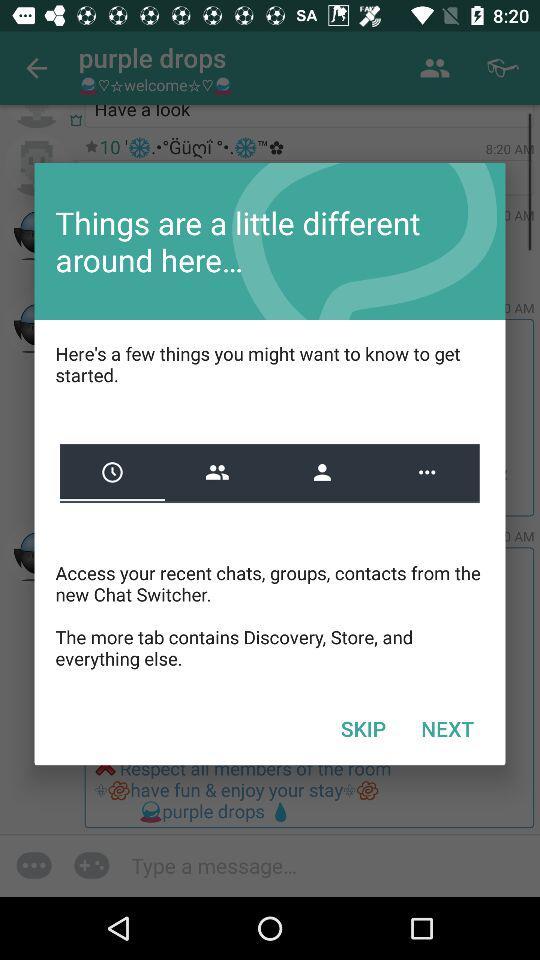 This screenshot has width=540, height=960. What do you see at coordinates (447, 727) in the screenshot?
I see `the next` at bounding box center [447, 727].